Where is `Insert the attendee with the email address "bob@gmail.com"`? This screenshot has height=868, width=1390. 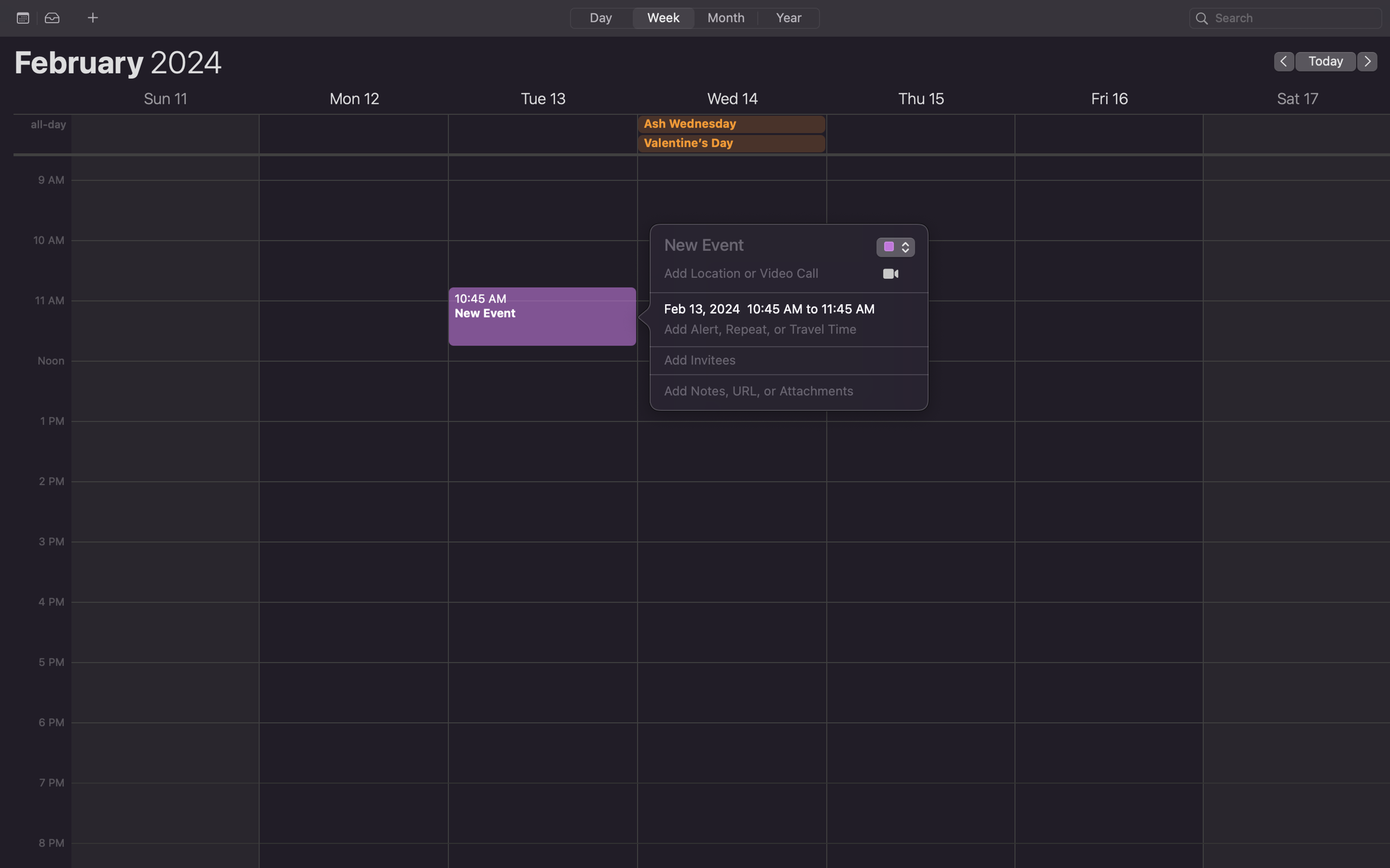
Insert the attendee with the email address "bob@gmail.com" is located at coordinates (776, 361).